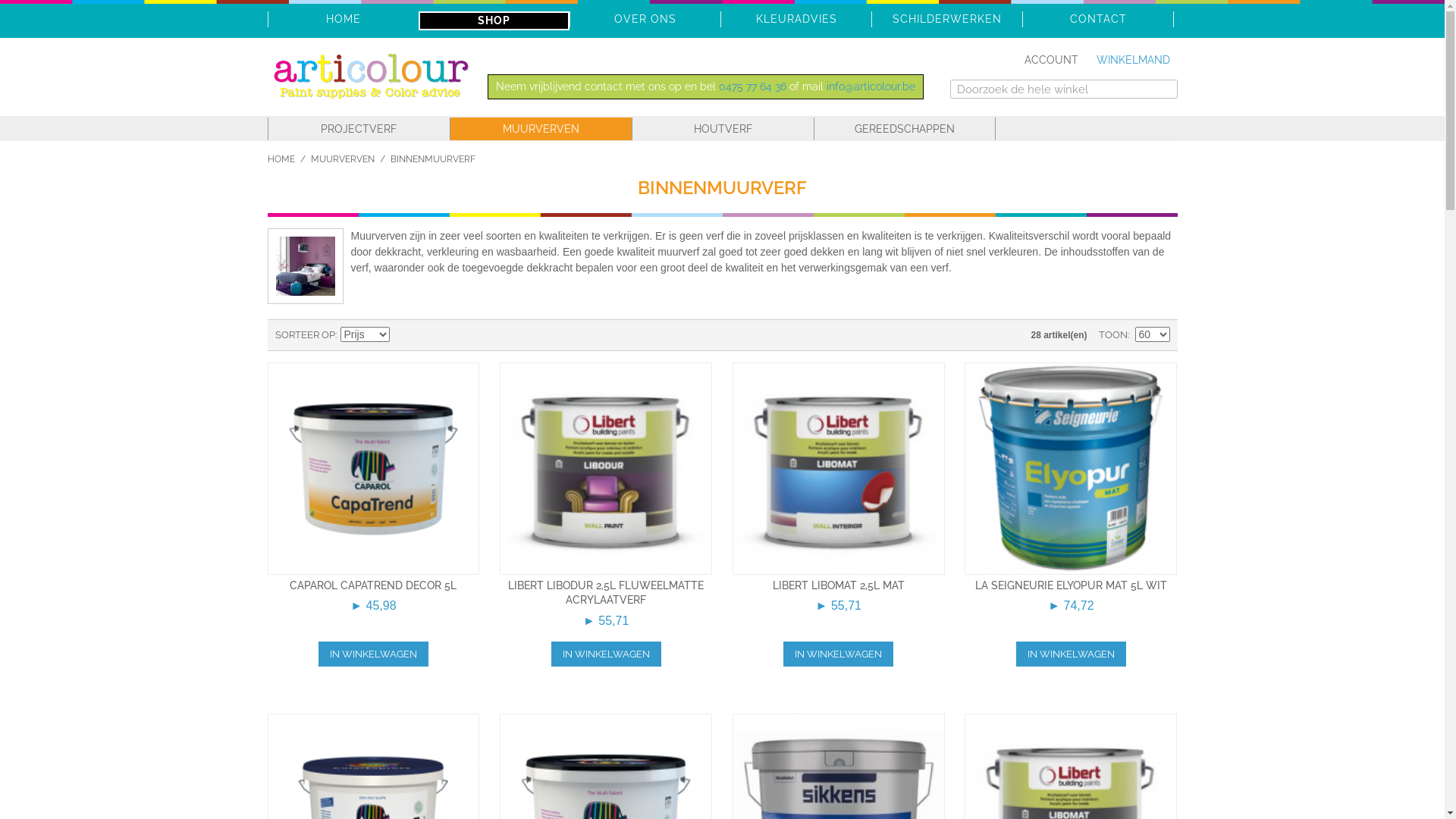  Describe the element at coordinates (645, 18) in the screenshot. I see `'OVER ONS'` at that location.